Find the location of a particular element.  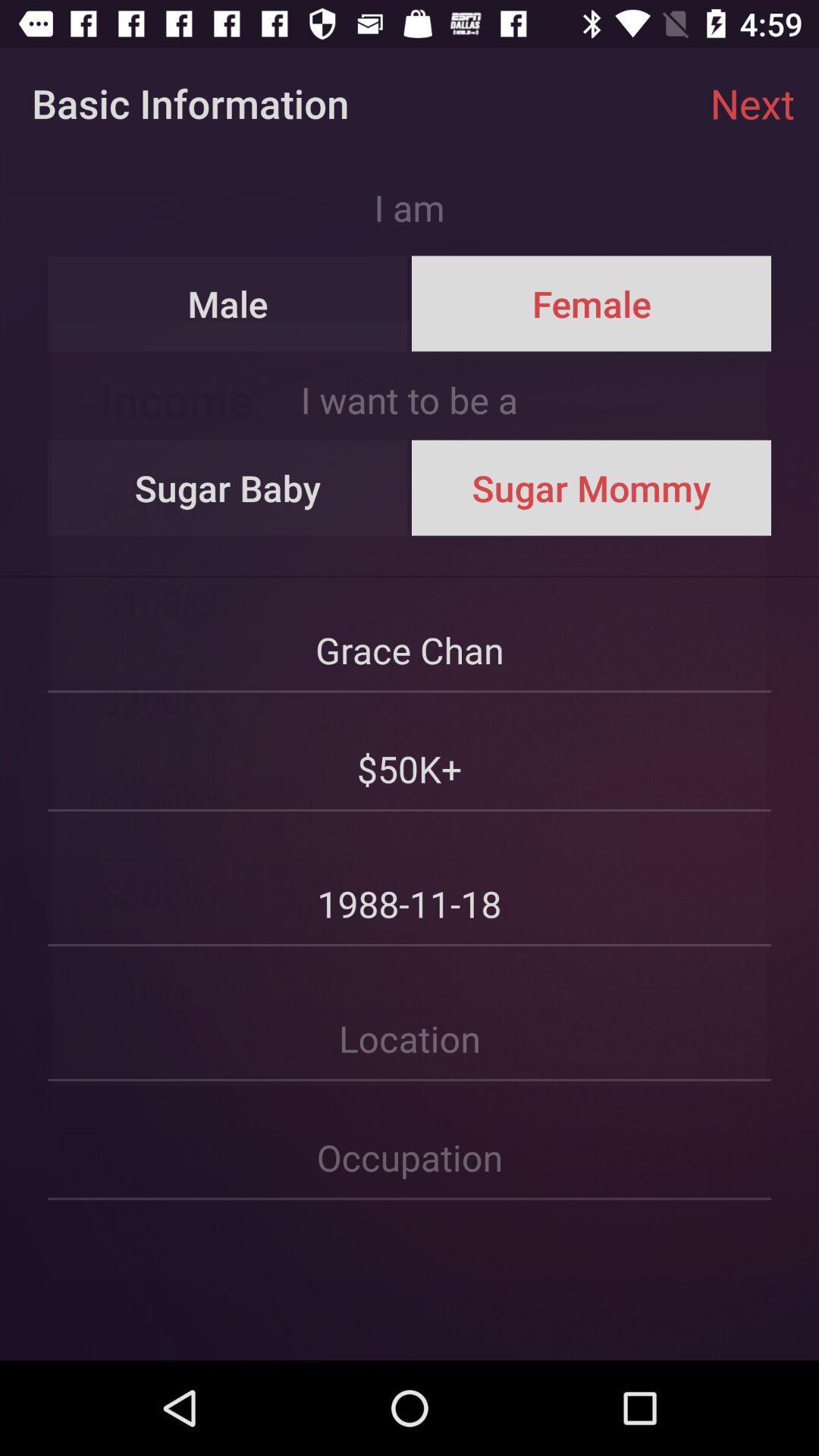

the icon below i am item is located at coordinates (227, 303).